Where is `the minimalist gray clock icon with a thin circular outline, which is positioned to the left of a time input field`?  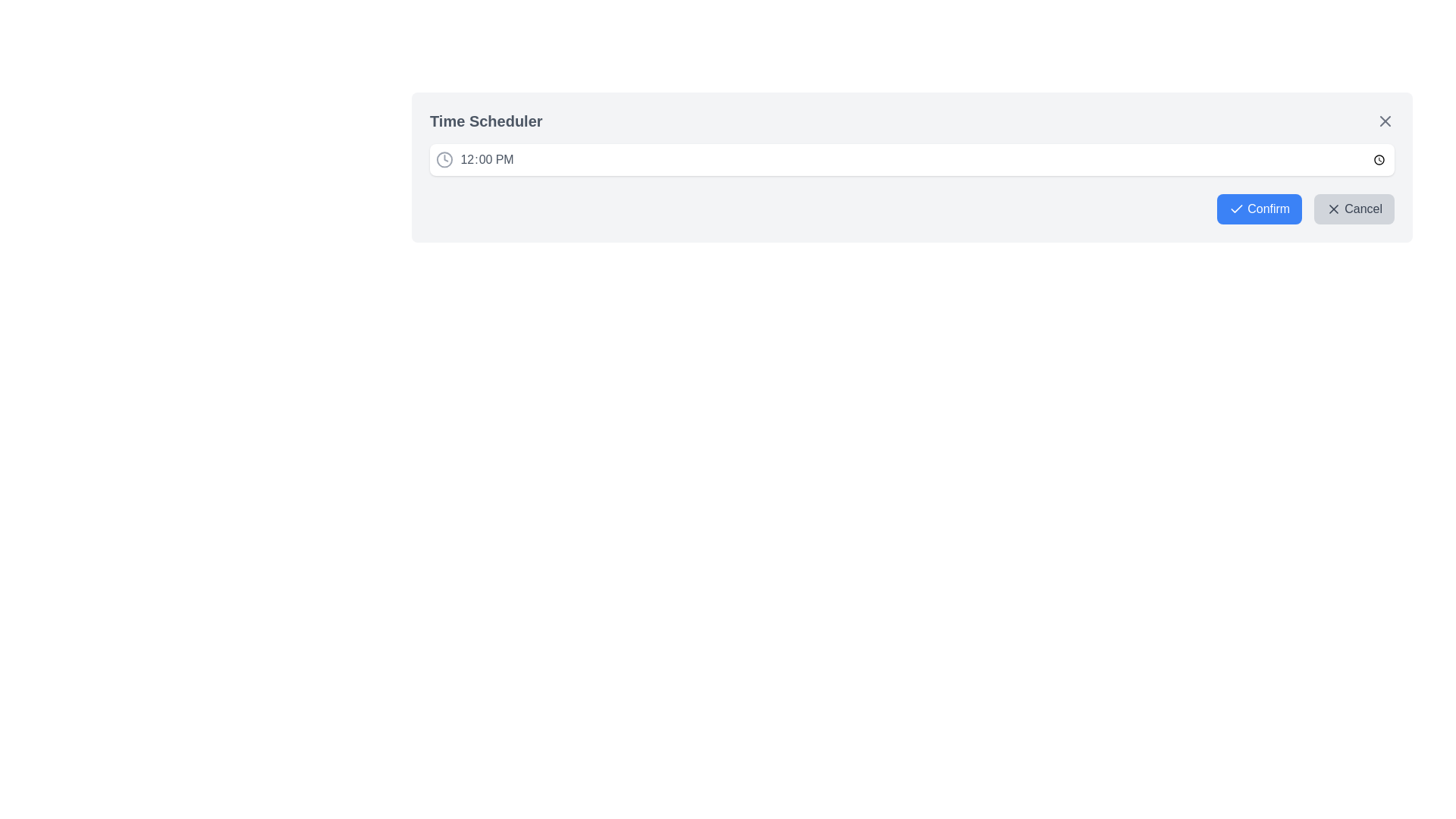 the minimalist gray clock icon with a thin circular outline, which is positioned to the left of a time input field is located at coordinates (444, 160).